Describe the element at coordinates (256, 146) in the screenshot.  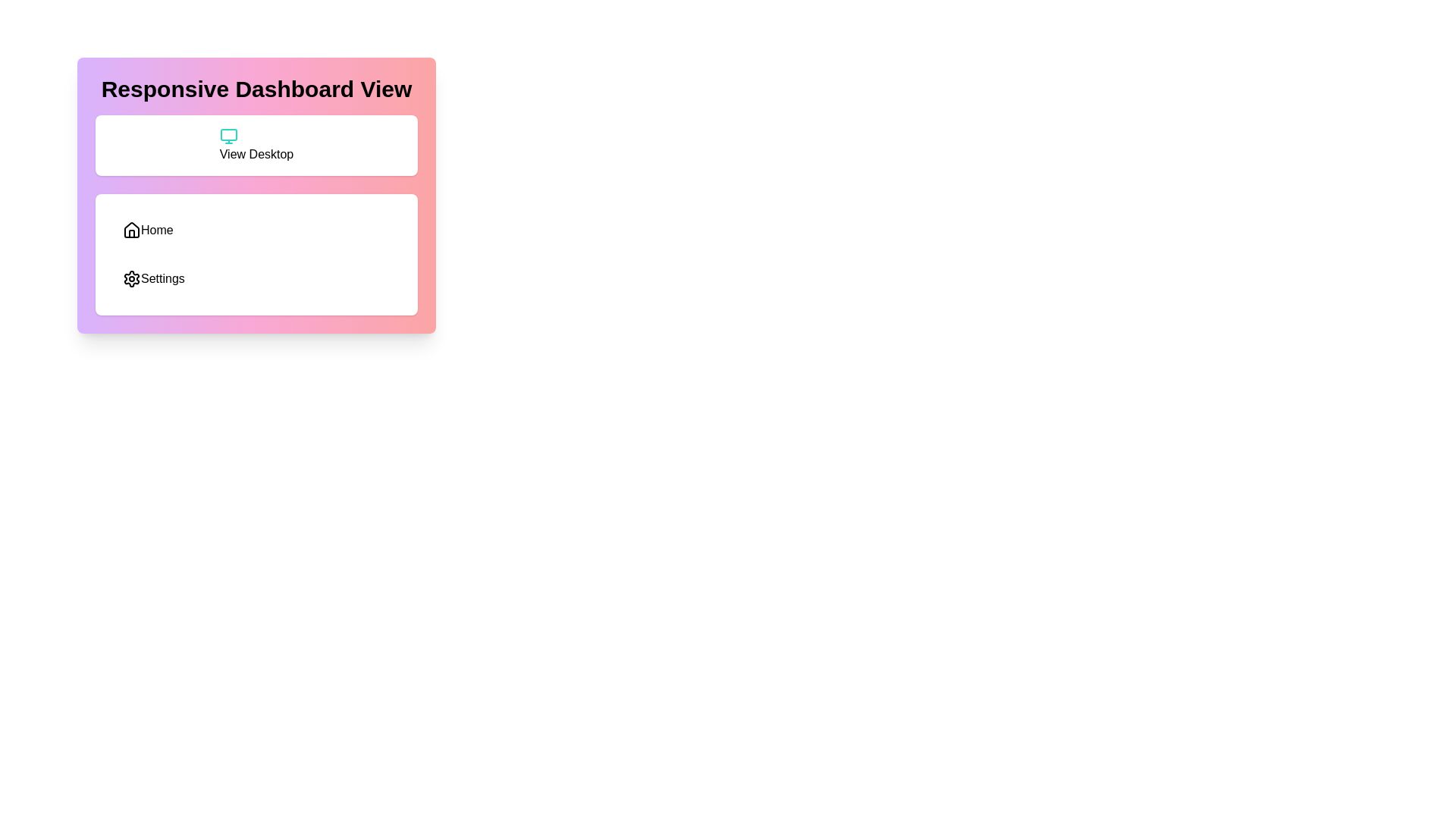
I see `the first button in the grid layout that provides access to the desktop view, positioned above the 'Home' and 'Settings' components` at that location.